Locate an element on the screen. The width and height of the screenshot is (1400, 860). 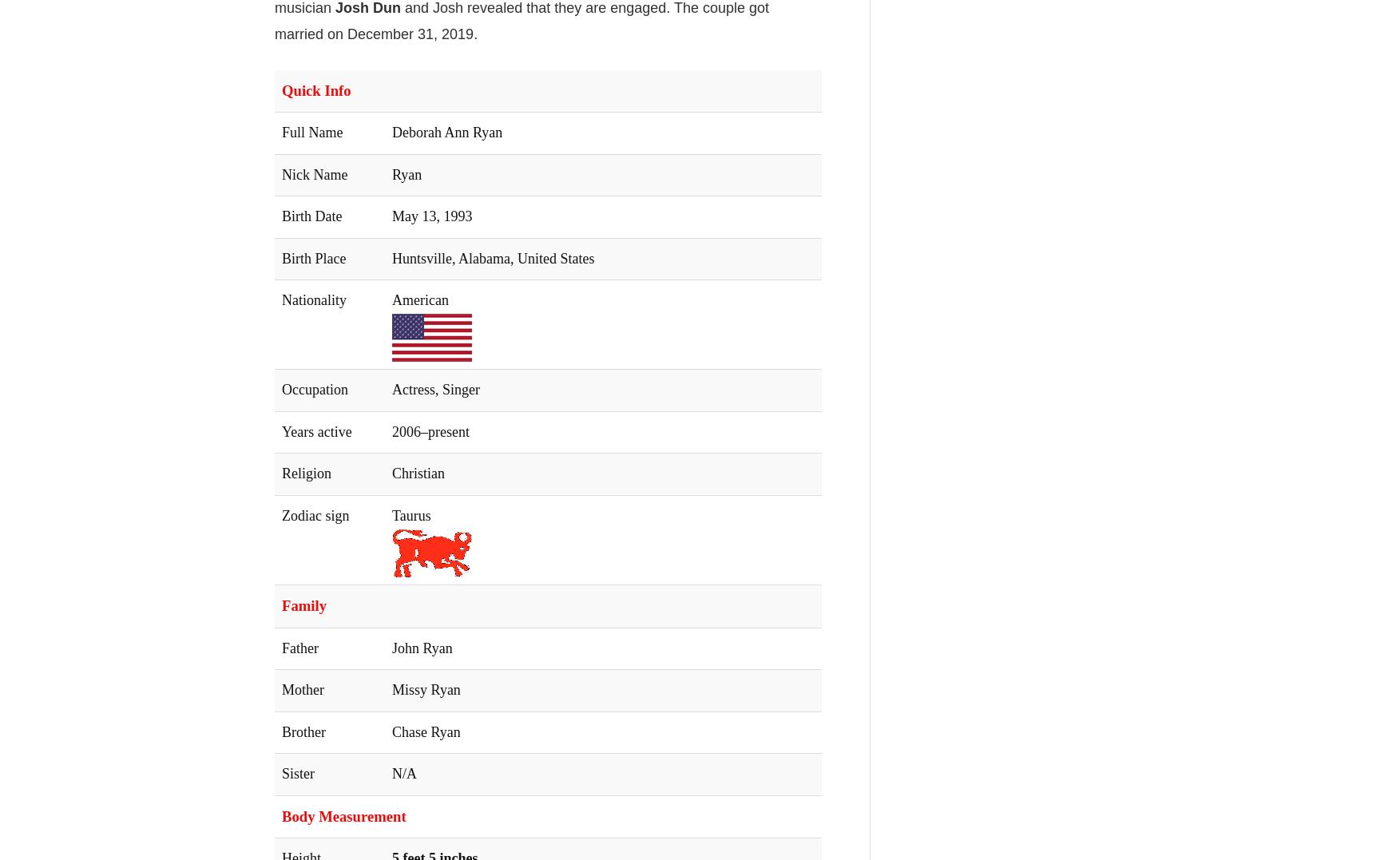
'Quick Info' is located at coordinates (316, 89).